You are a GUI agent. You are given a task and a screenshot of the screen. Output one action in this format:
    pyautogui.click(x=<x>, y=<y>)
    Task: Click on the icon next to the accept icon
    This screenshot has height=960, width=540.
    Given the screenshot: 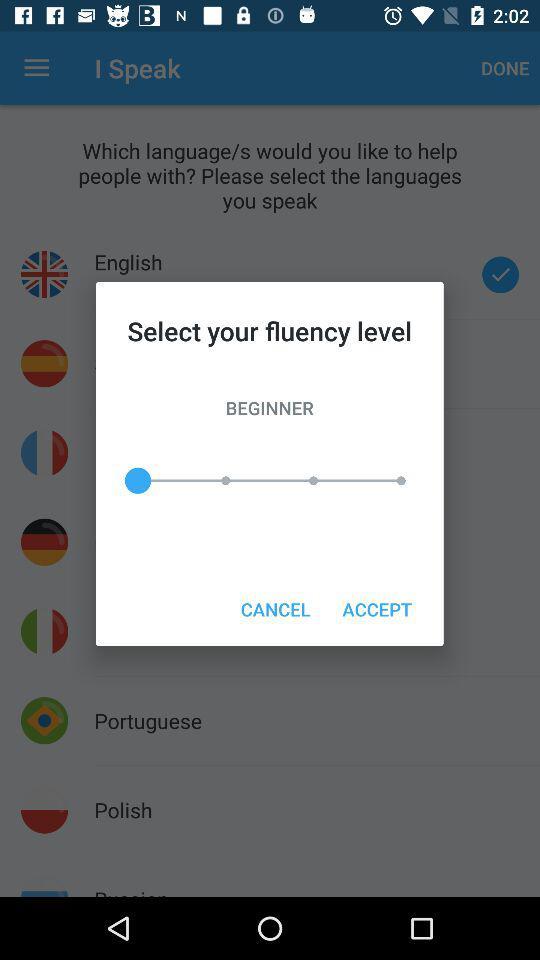 What is the action you would take?
    pyautogui.click(x=274, y=608)
    